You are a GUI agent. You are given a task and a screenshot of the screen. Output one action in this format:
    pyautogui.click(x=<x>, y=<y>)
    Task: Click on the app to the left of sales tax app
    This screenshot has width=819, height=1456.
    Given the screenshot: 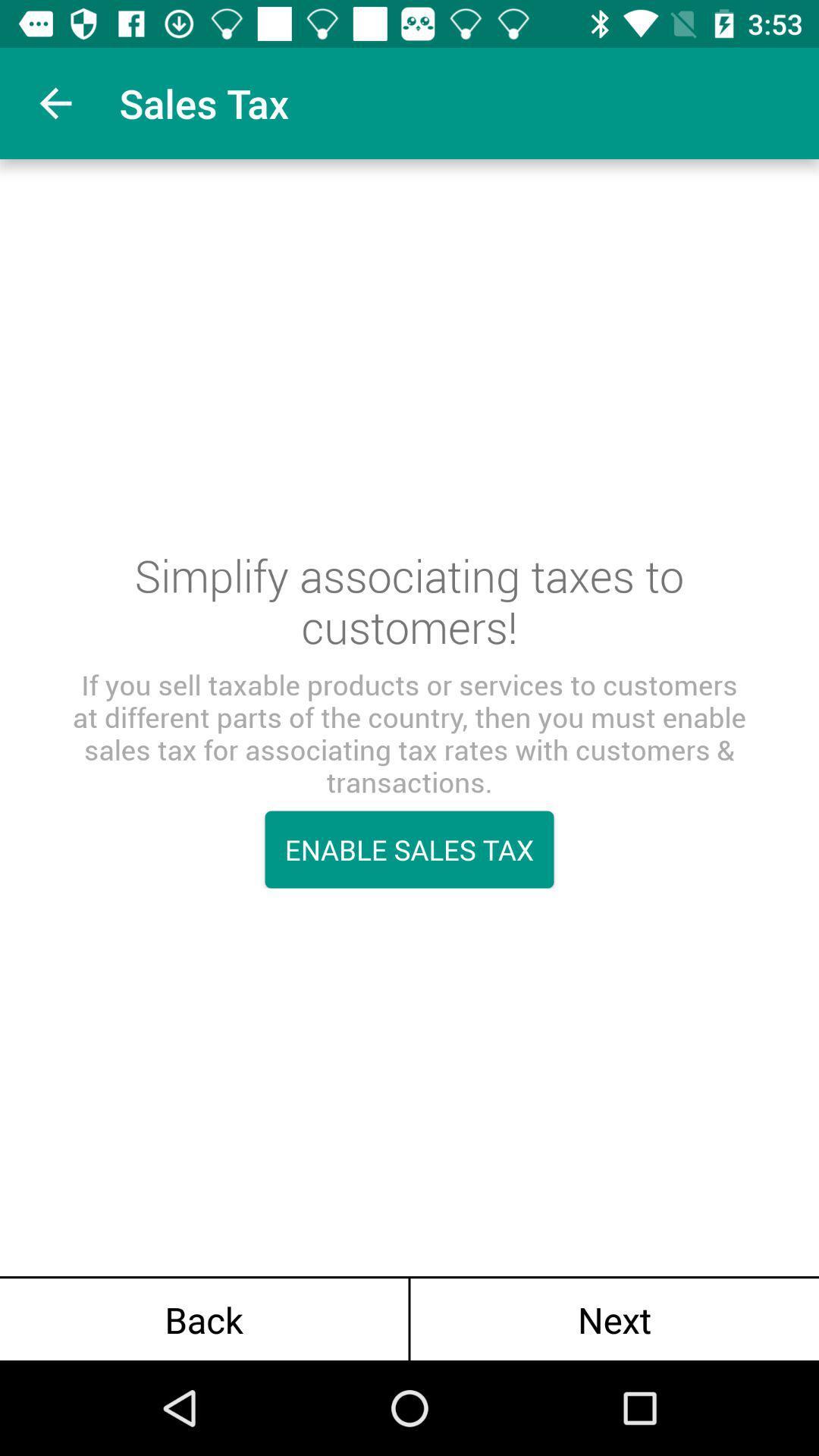 What is the action you would take?
    pyautogui.click(x=55, y=102)
    